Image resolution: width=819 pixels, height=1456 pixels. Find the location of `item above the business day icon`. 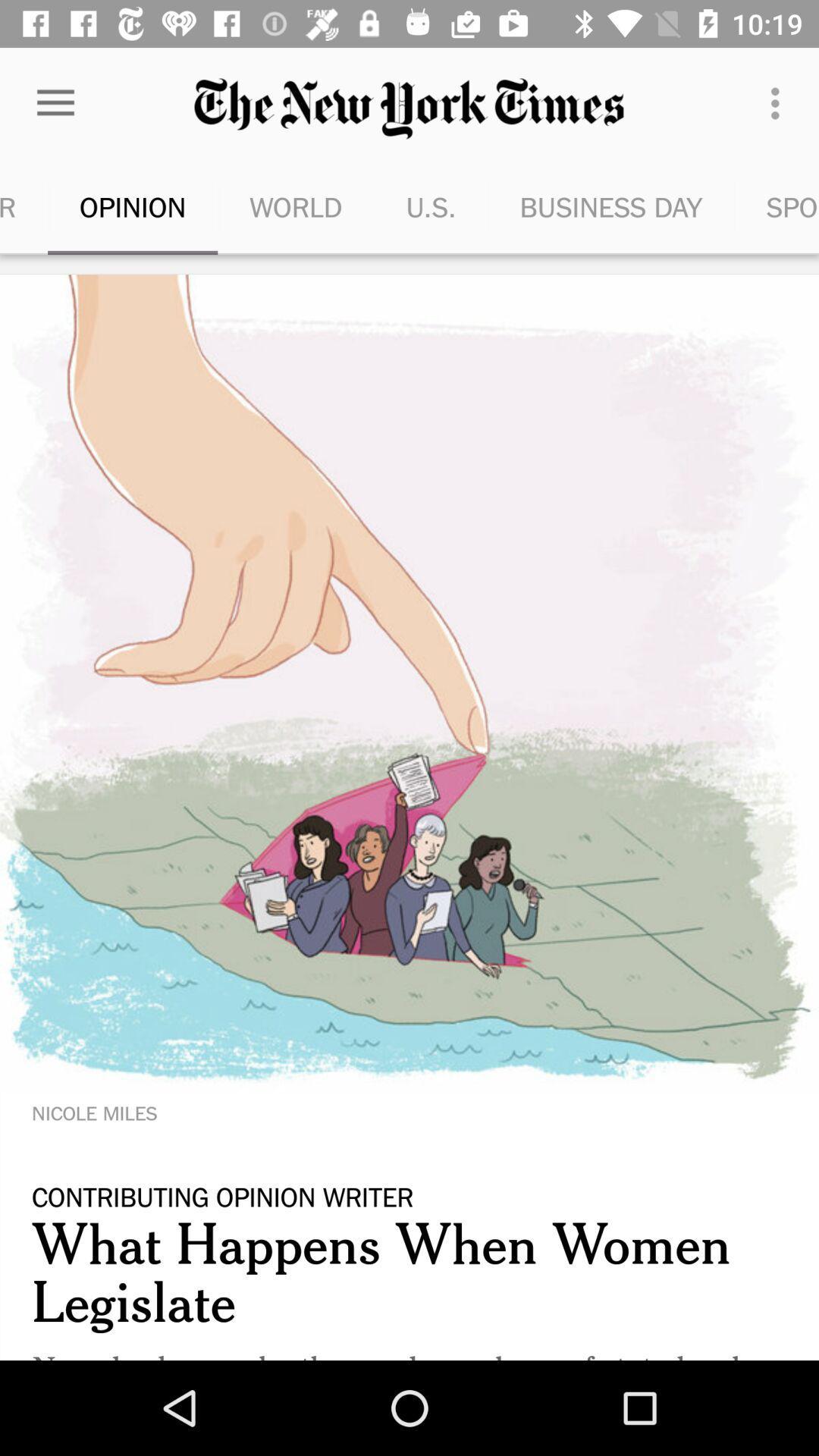

item above the business day icon is located at coordinates (779, 102).